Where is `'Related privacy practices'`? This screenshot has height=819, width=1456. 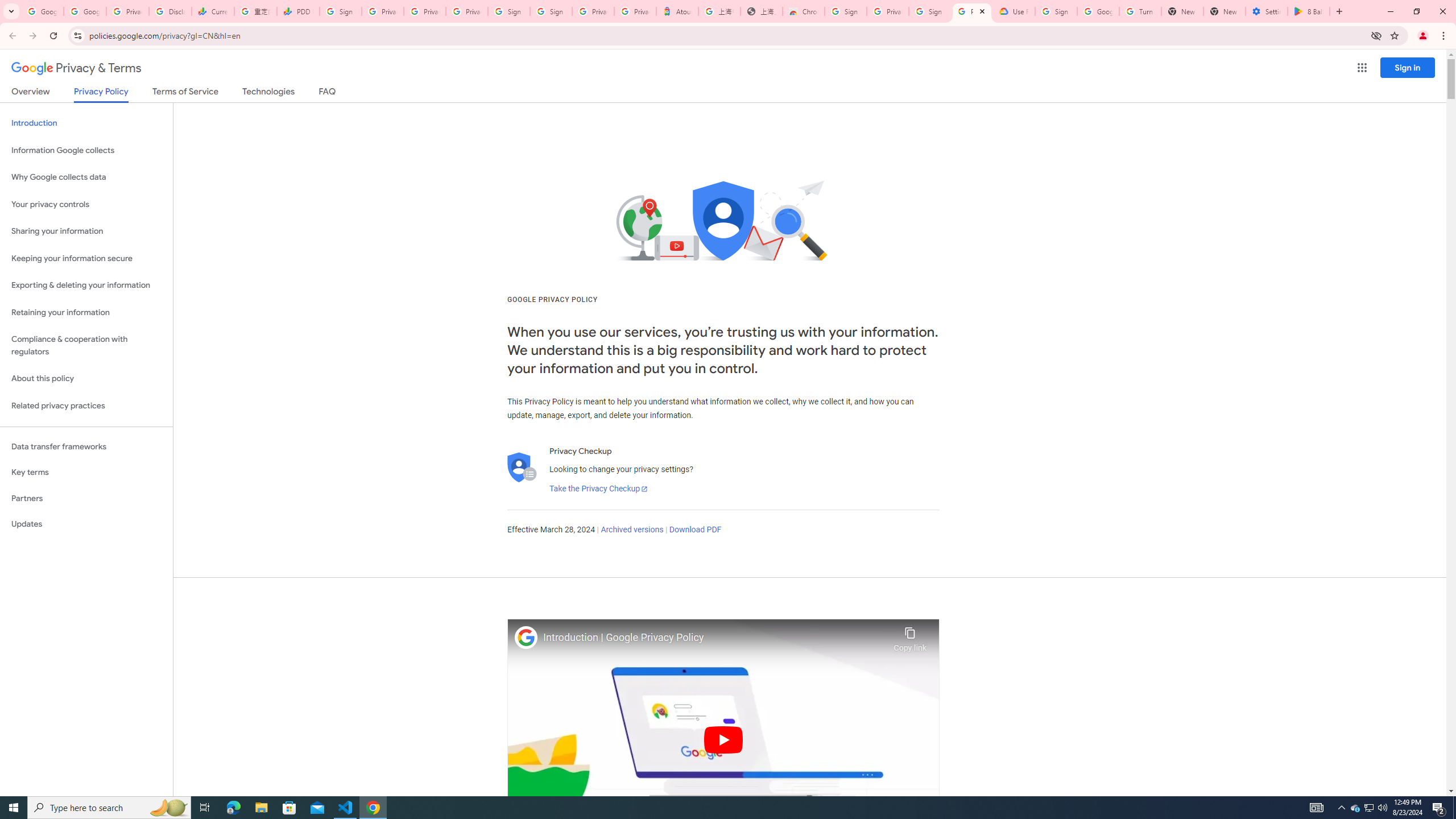
'Related privacy practices' is located at coordinates (86, 405).